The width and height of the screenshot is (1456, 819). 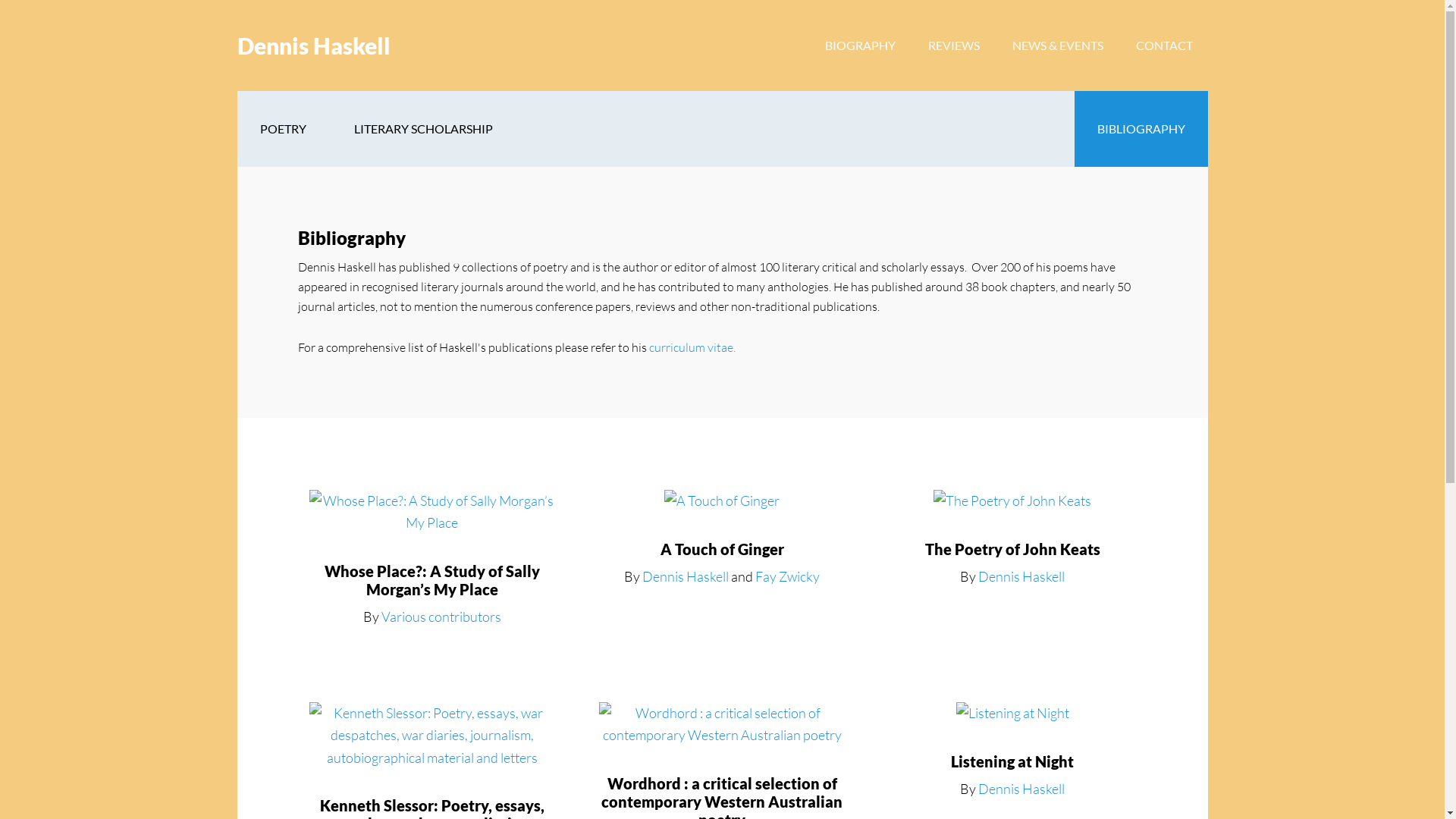 I want to click on 'Fay Zwicky', so click(x=787, y=576).